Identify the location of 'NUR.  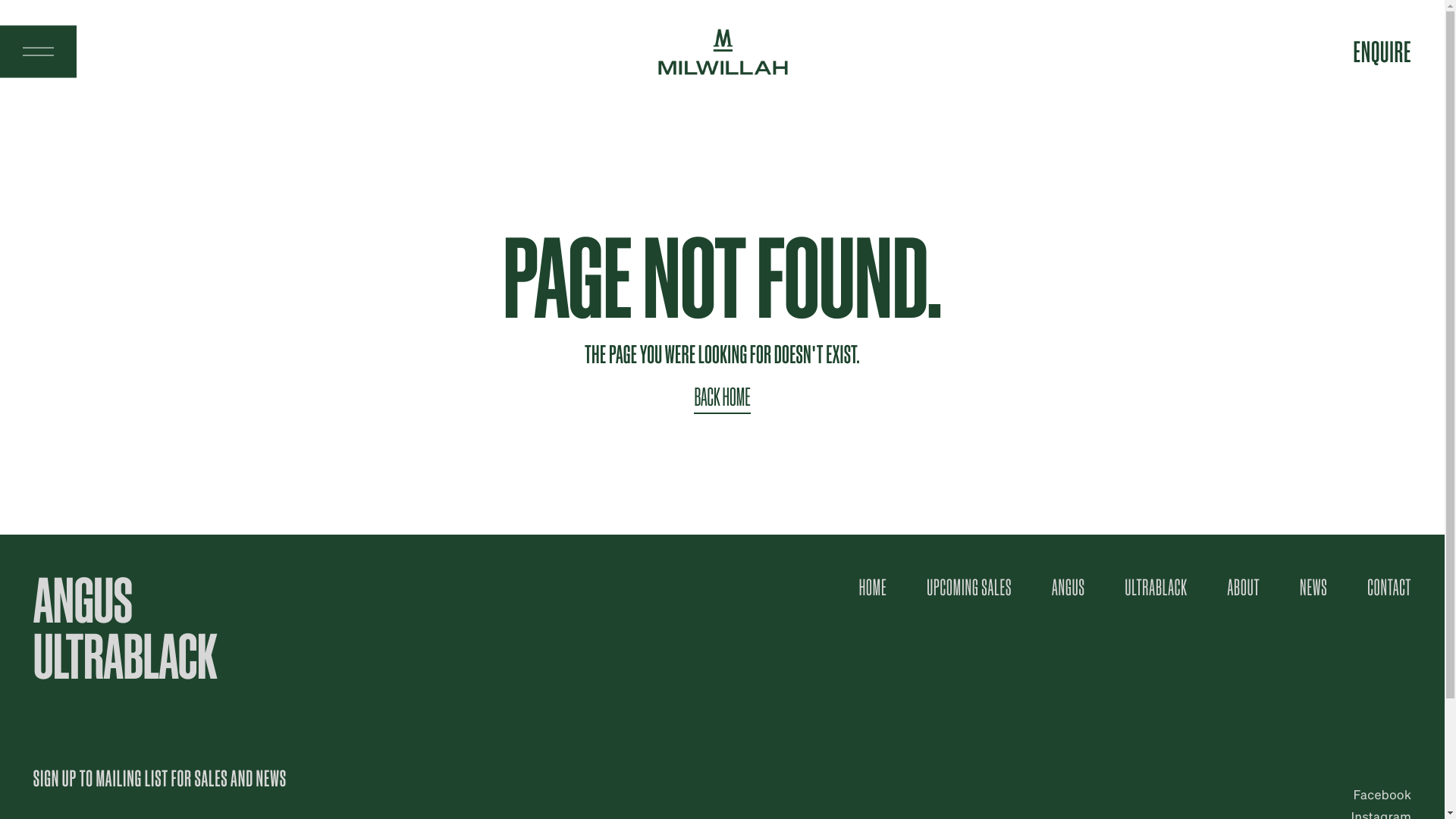
(1382, 51).